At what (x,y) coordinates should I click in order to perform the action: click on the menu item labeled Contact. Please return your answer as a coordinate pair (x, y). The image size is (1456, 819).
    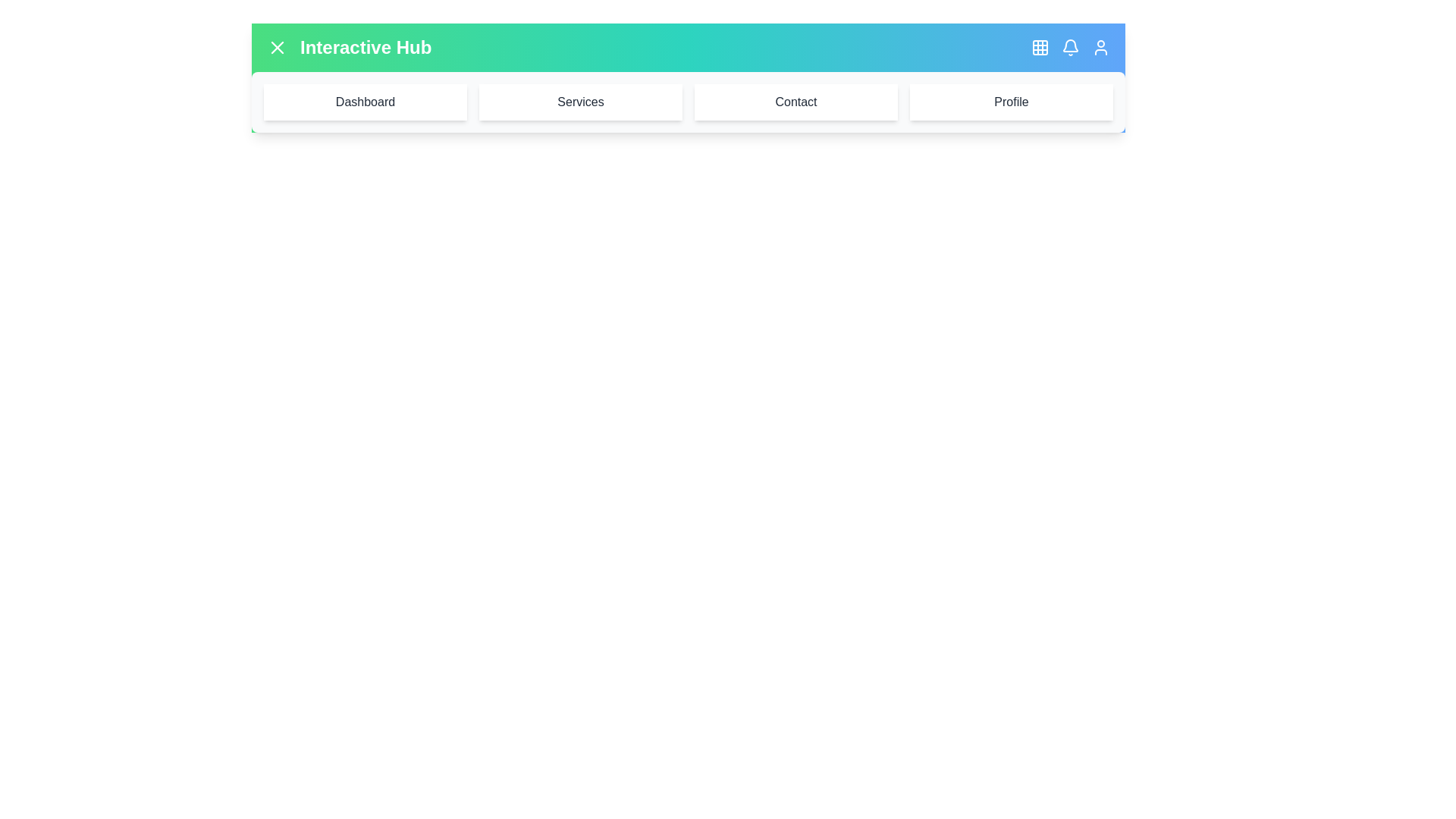
    Looking at the image, I should click on (795, 102).